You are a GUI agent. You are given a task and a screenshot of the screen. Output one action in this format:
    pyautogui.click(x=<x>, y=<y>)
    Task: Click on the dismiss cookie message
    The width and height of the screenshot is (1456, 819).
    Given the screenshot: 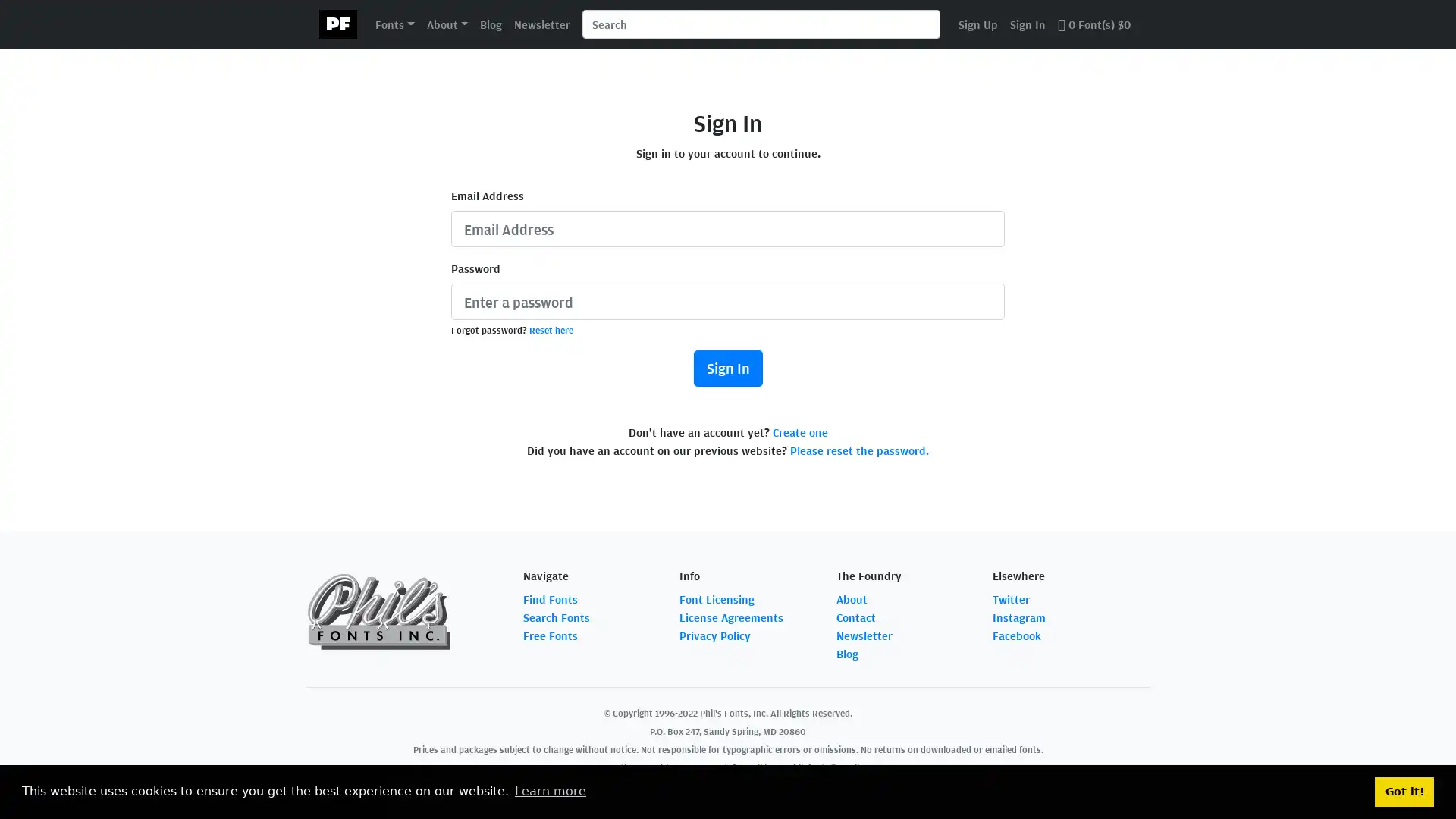 What is the action you would take?
    pyautogui.click(x=1404, y=791)
    